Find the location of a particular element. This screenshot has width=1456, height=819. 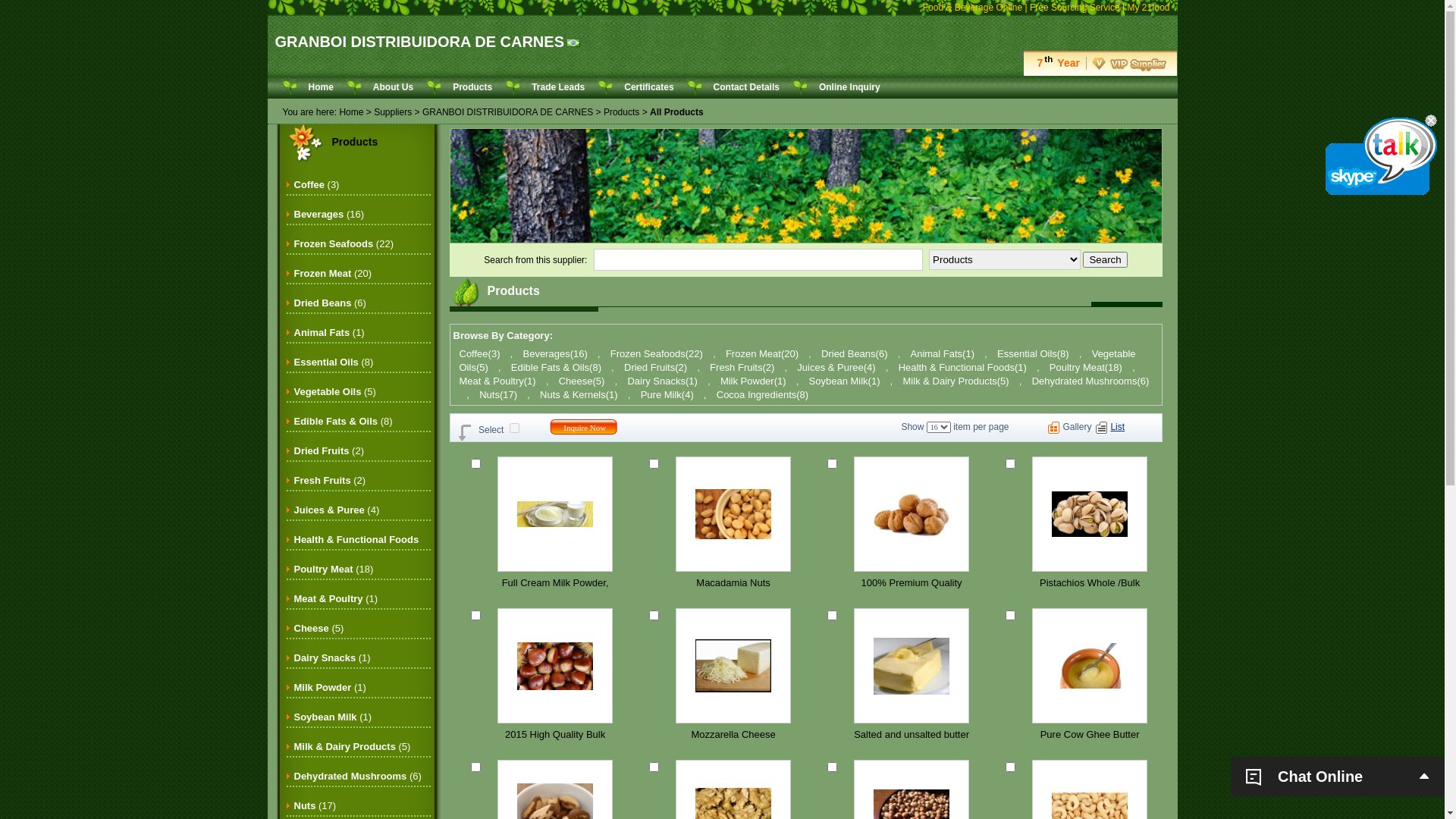

'Frozen Meat (20)' is located at coordinates (294, 273).